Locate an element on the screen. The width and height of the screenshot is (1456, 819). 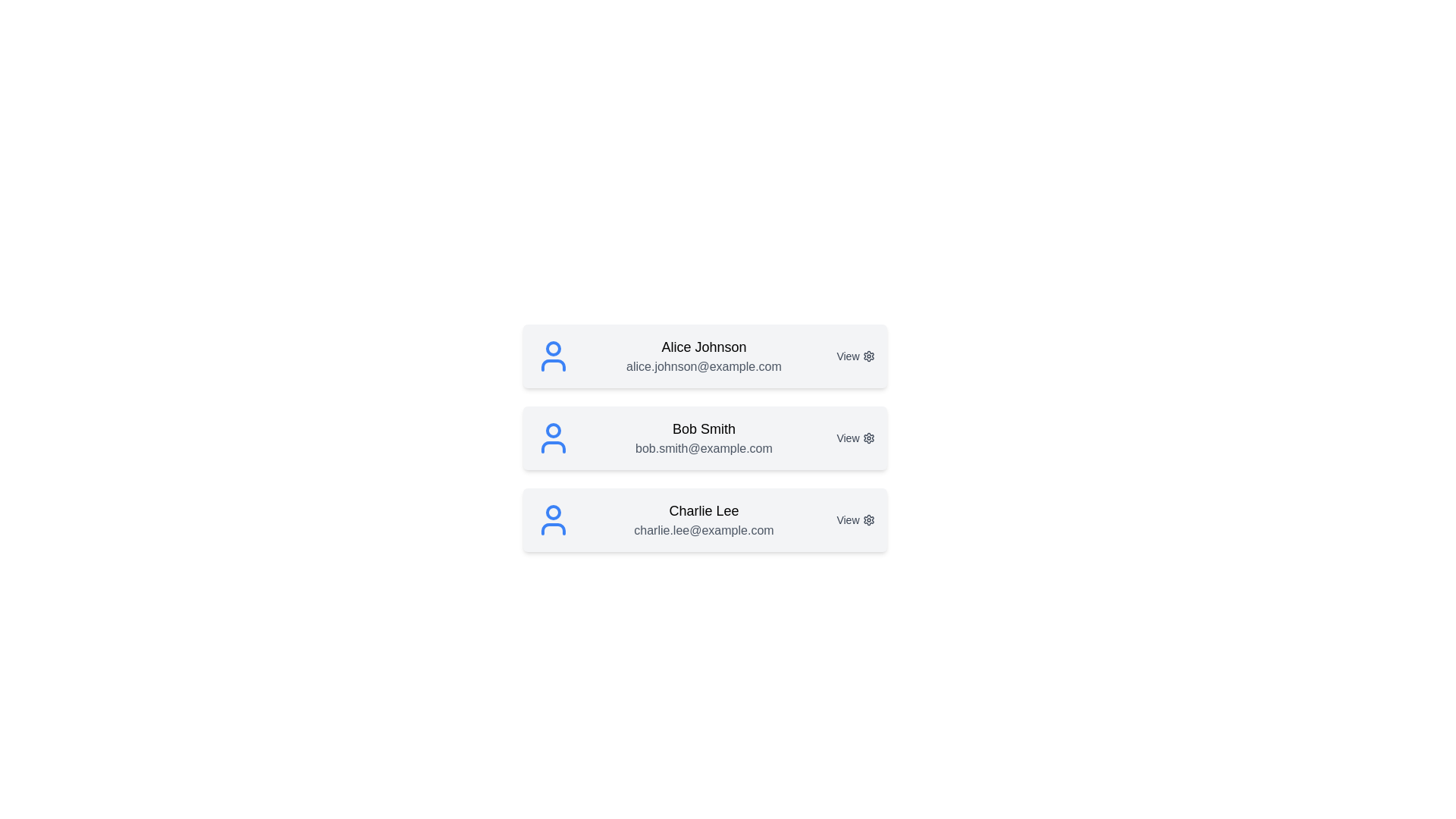
the Text block displaying the user's name and contact information, which is located in the top card of a vertically stacked list of cards, positioned to the right of a person icon and to the left of a 'View' button is located at coordinates (703, 356).